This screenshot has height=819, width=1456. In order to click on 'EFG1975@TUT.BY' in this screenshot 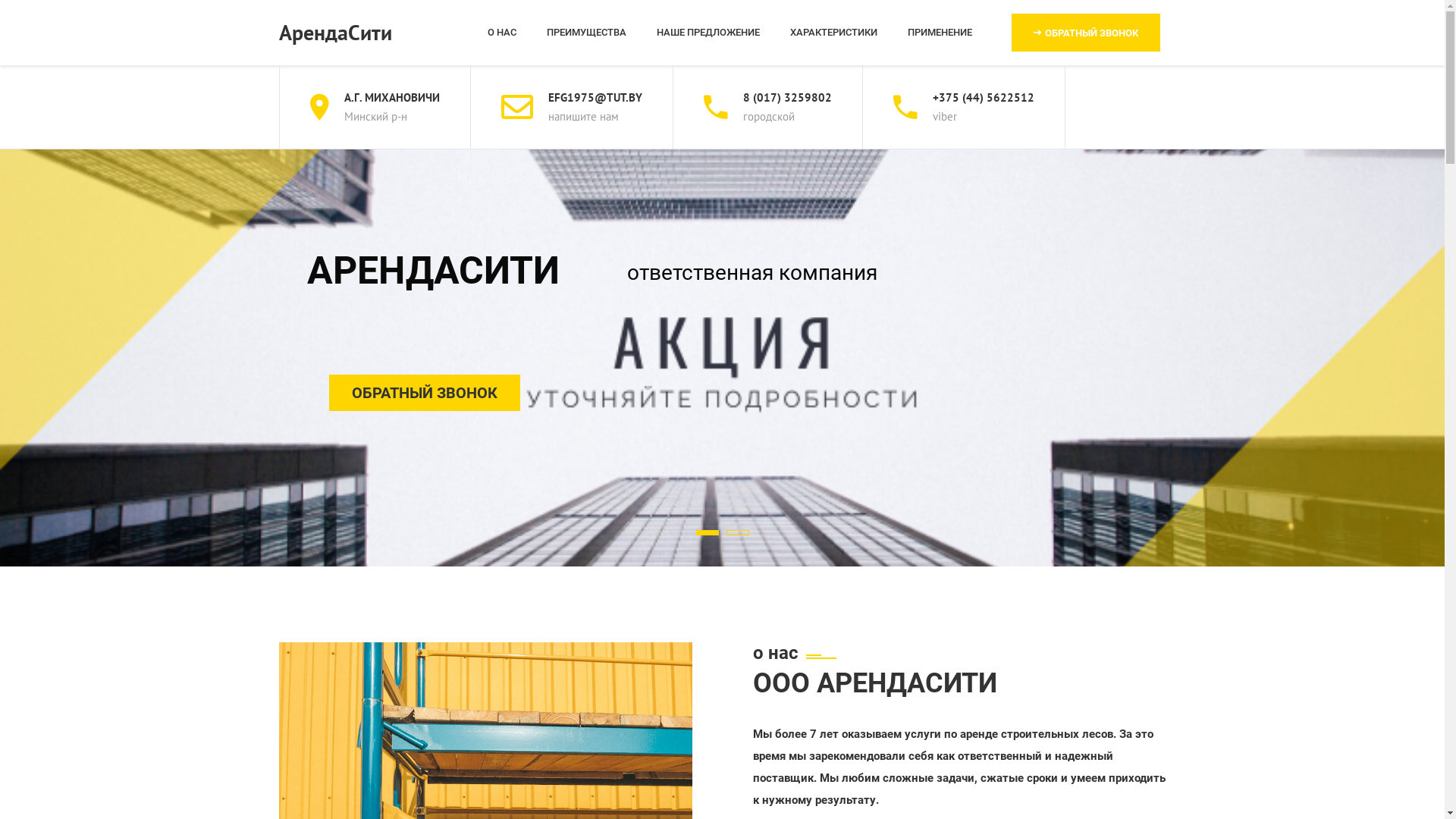, I will do `click(593, 97)`.